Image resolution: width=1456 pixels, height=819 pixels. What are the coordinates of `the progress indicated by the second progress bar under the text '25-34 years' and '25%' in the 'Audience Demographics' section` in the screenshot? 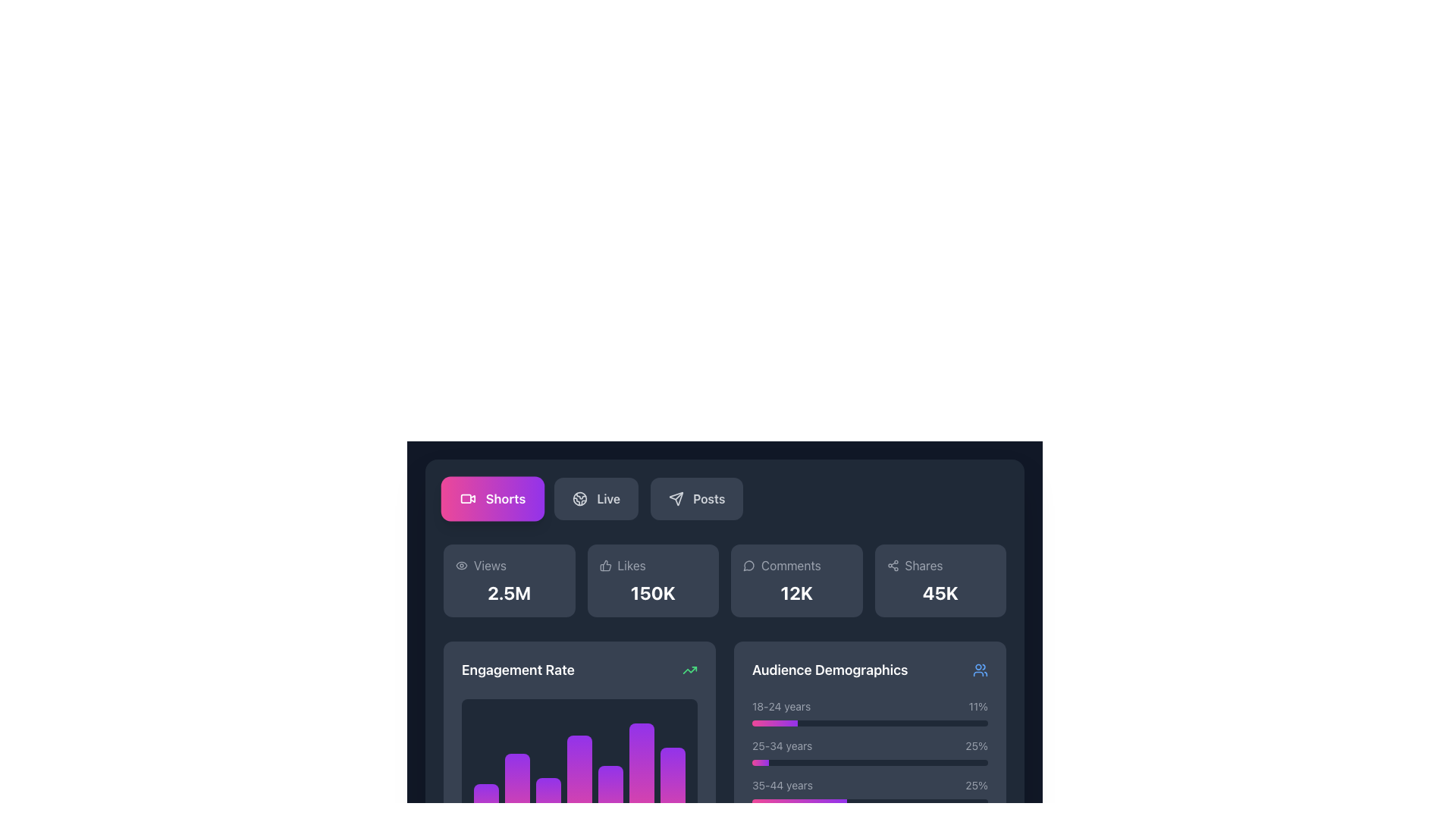 It's located at (870, 763).